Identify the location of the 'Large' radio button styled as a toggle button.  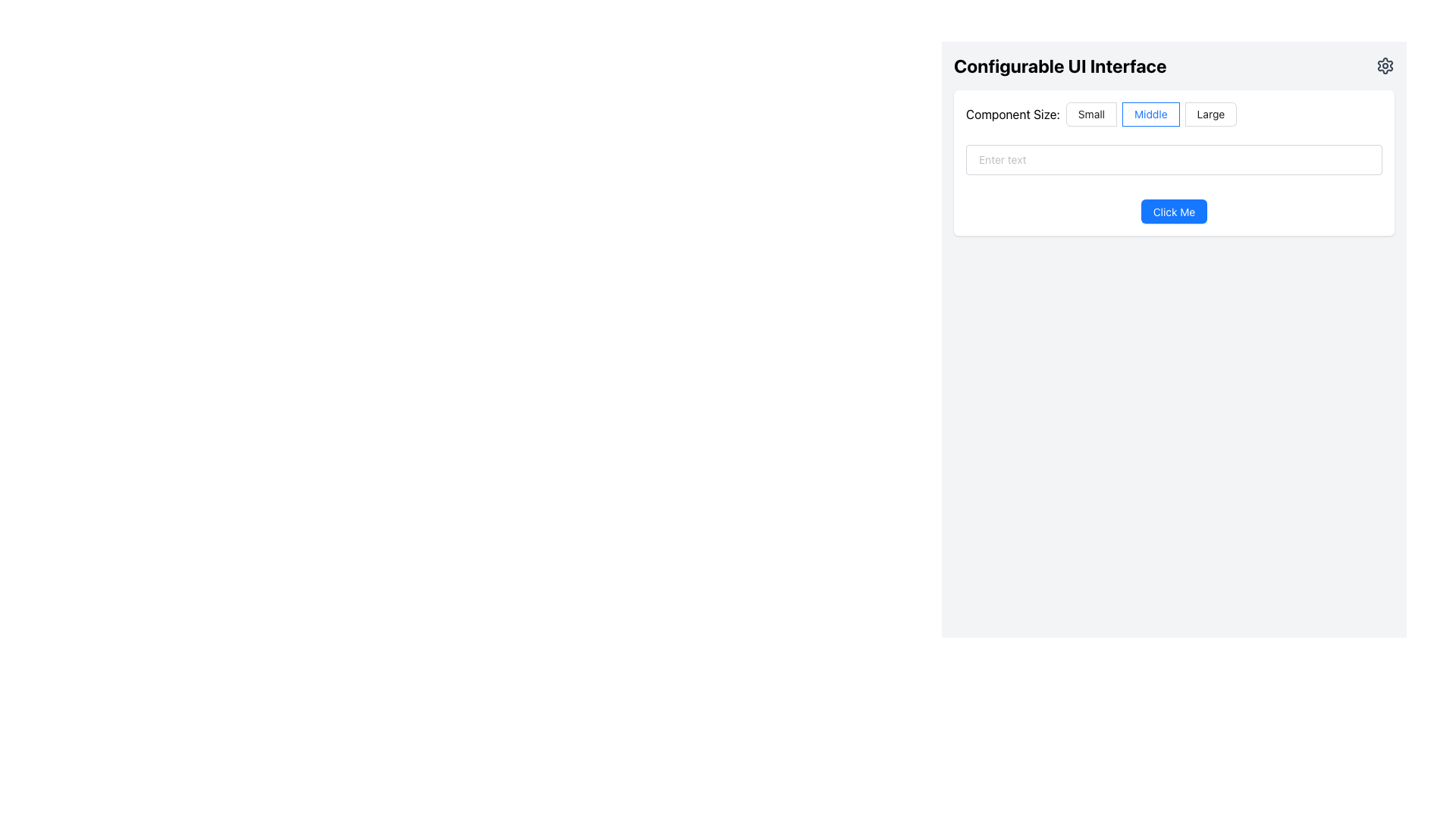
(1210, 113).